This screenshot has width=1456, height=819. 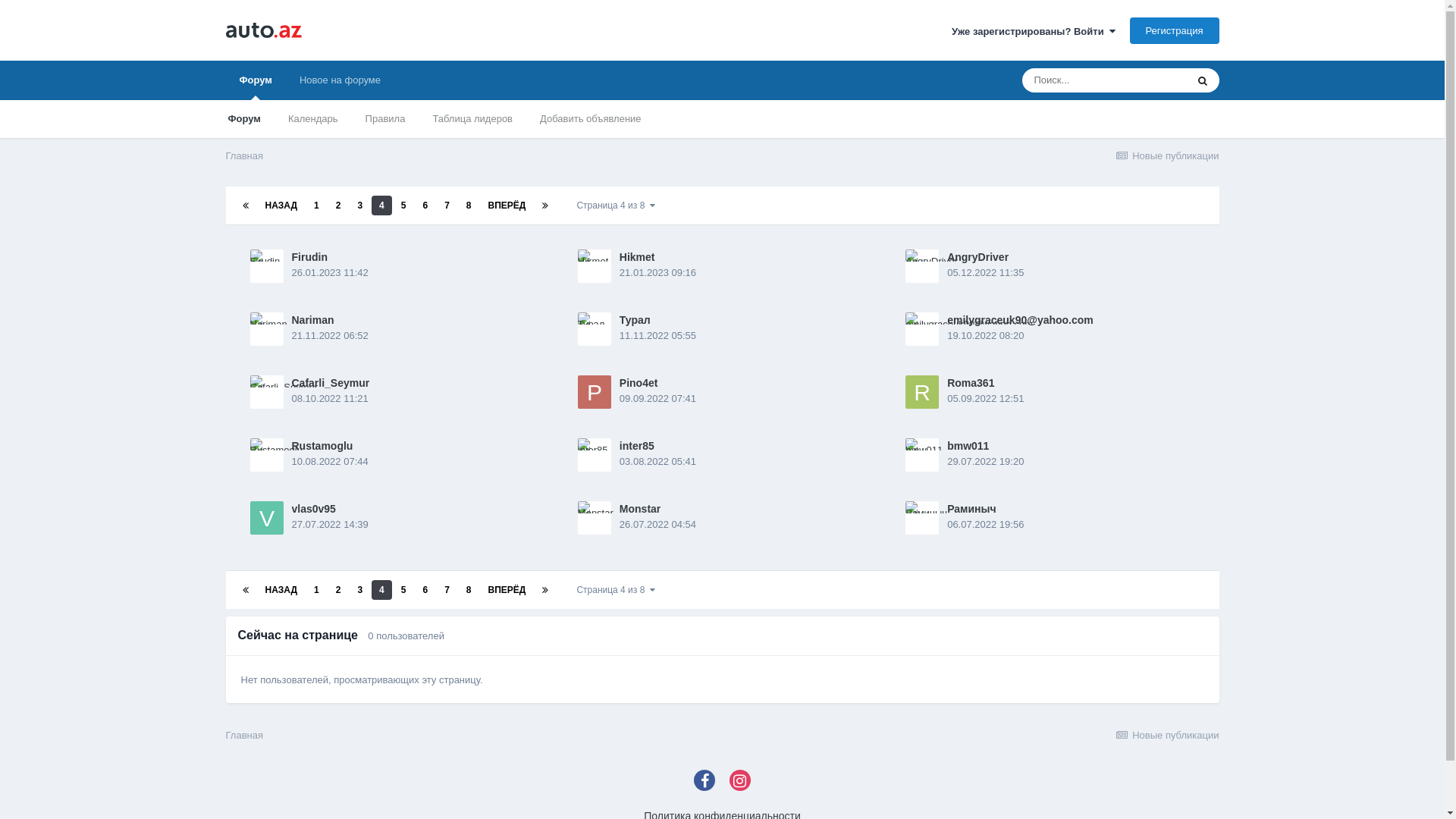 What do you see at coordinates (446, 588) in the screenshot?
I see `'7'` at bounding box center [446, 588].